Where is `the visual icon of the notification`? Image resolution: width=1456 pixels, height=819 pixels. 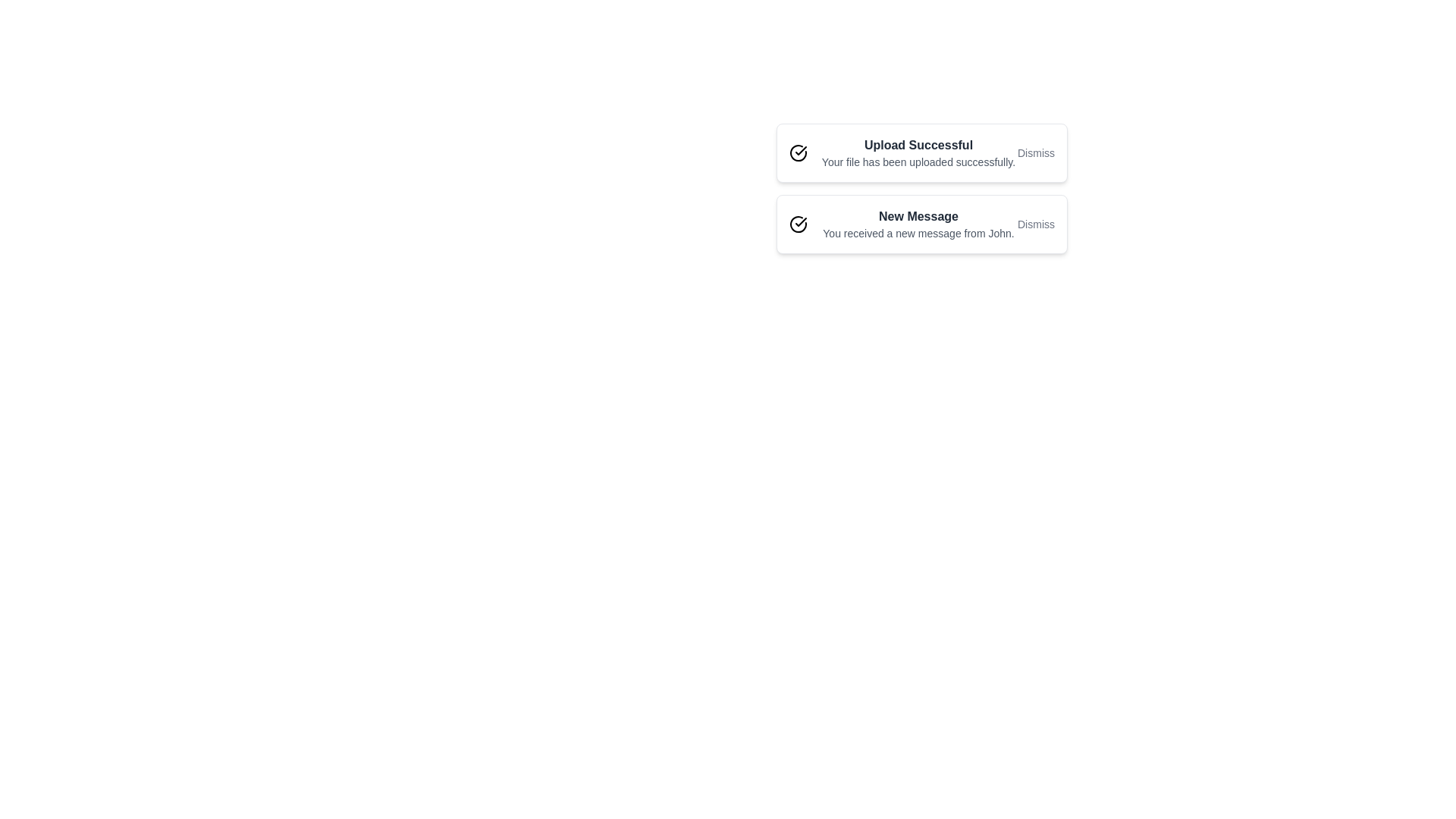
the visual icon of the notification is located at coordinates (797, 152).